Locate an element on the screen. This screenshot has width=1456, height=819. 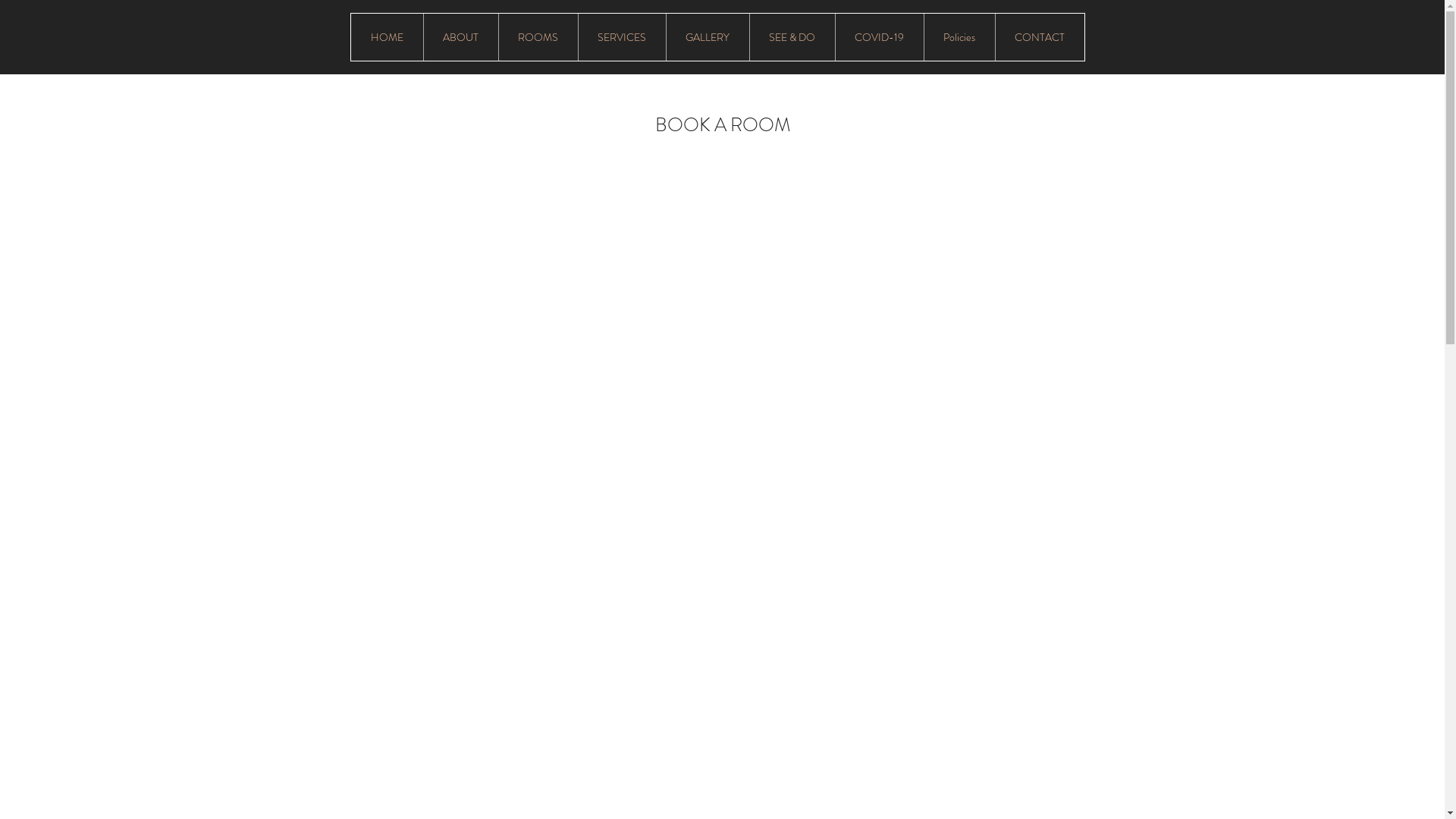
'Policies' is located at coordinates (959, 36).